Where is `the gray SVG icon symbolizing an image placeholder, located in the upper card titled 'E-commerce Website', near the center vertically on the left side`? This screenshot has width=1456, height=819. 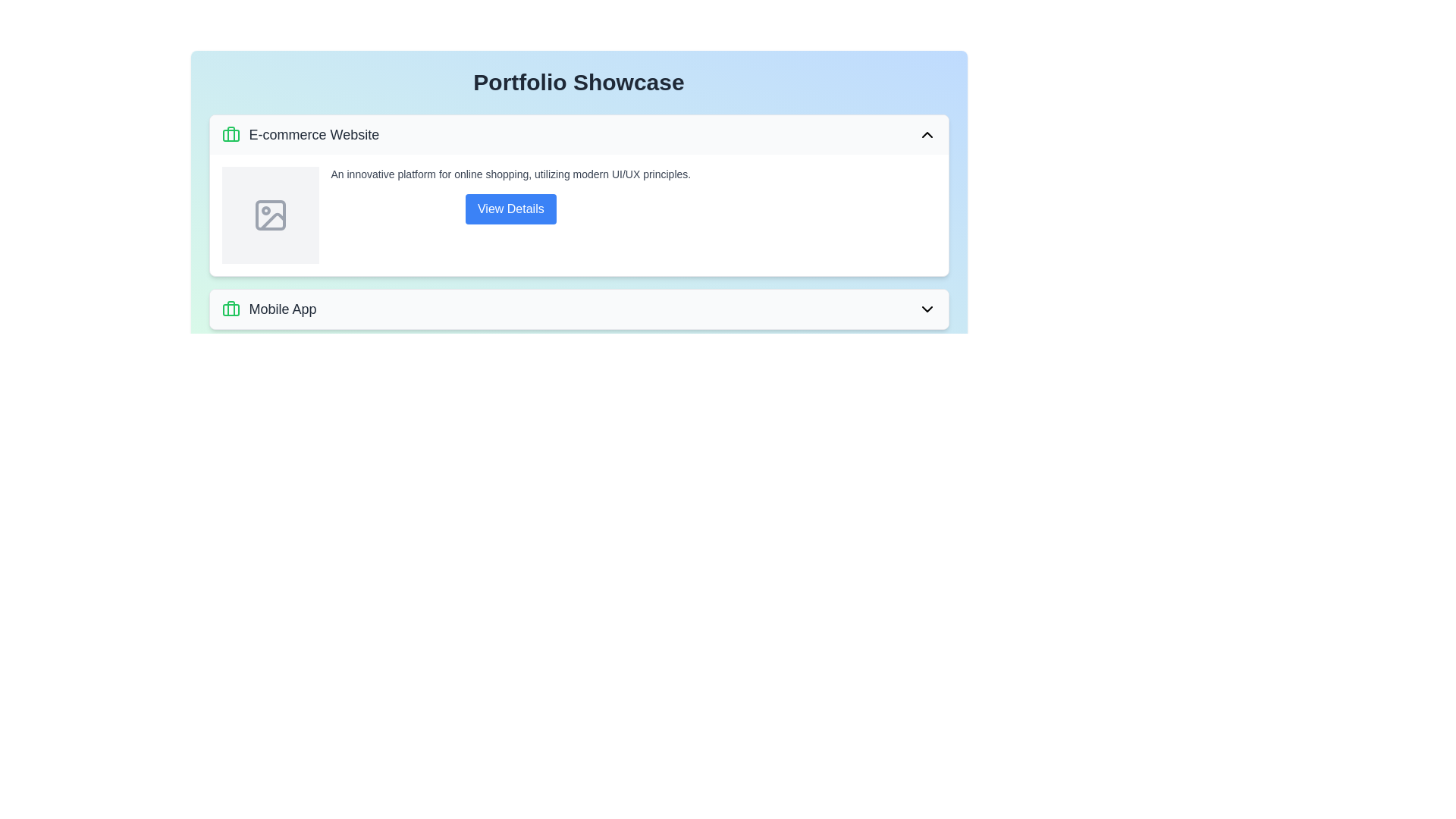
the gray SVG icon symbolizing an image placeholder, located in the upper card titled 'E-commerce Website', near the center vertically on the left side is located at coordinates (270, 215).